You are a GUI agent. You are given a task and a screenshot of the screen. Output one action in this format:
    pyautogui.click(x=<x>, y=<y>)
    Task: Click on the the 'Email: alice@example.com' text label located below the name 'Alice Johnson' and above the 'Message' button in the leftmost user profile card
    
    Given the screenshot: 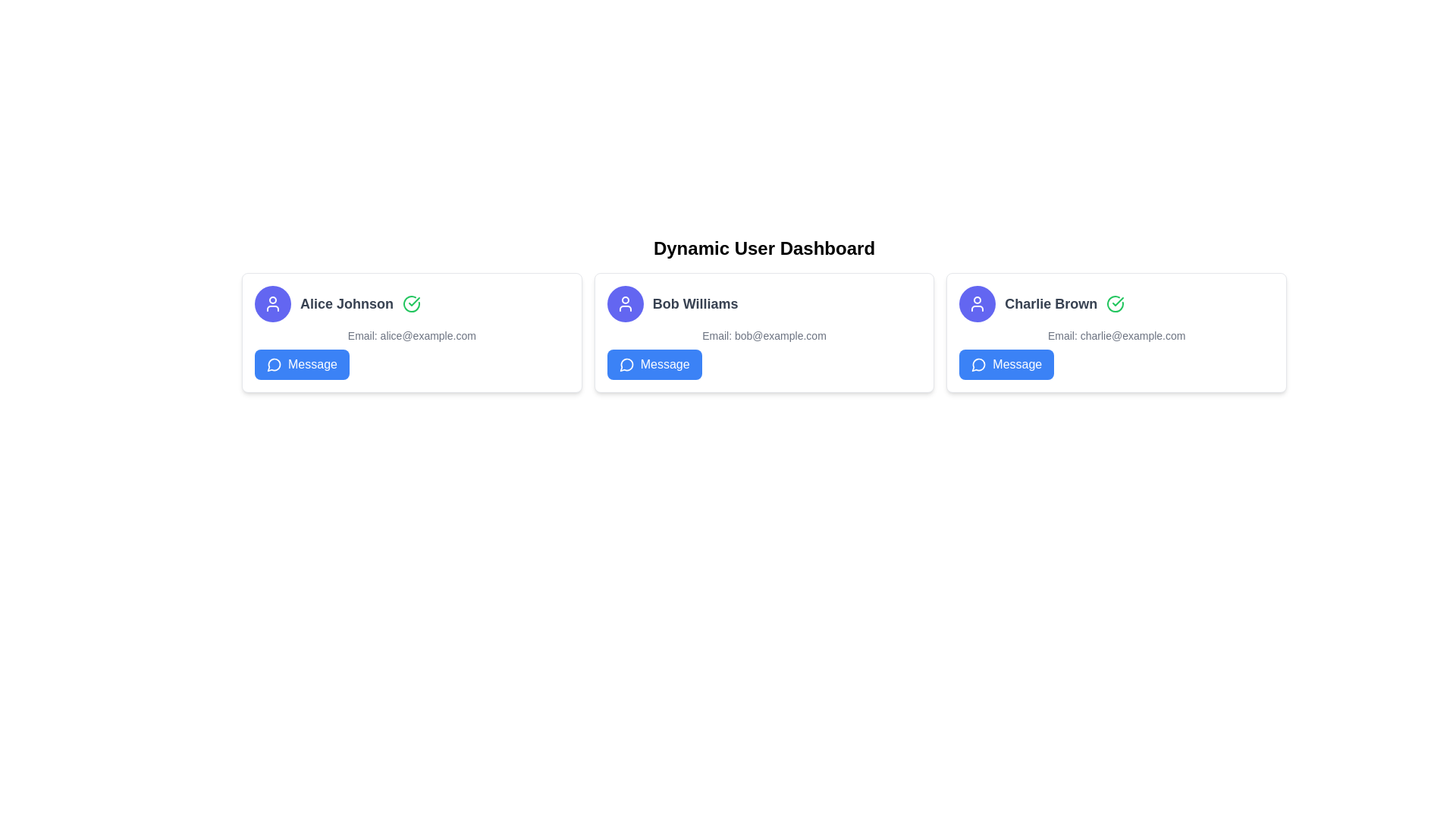 What is the action you would take?
    pyautogui.click(x=412, y=335)
    